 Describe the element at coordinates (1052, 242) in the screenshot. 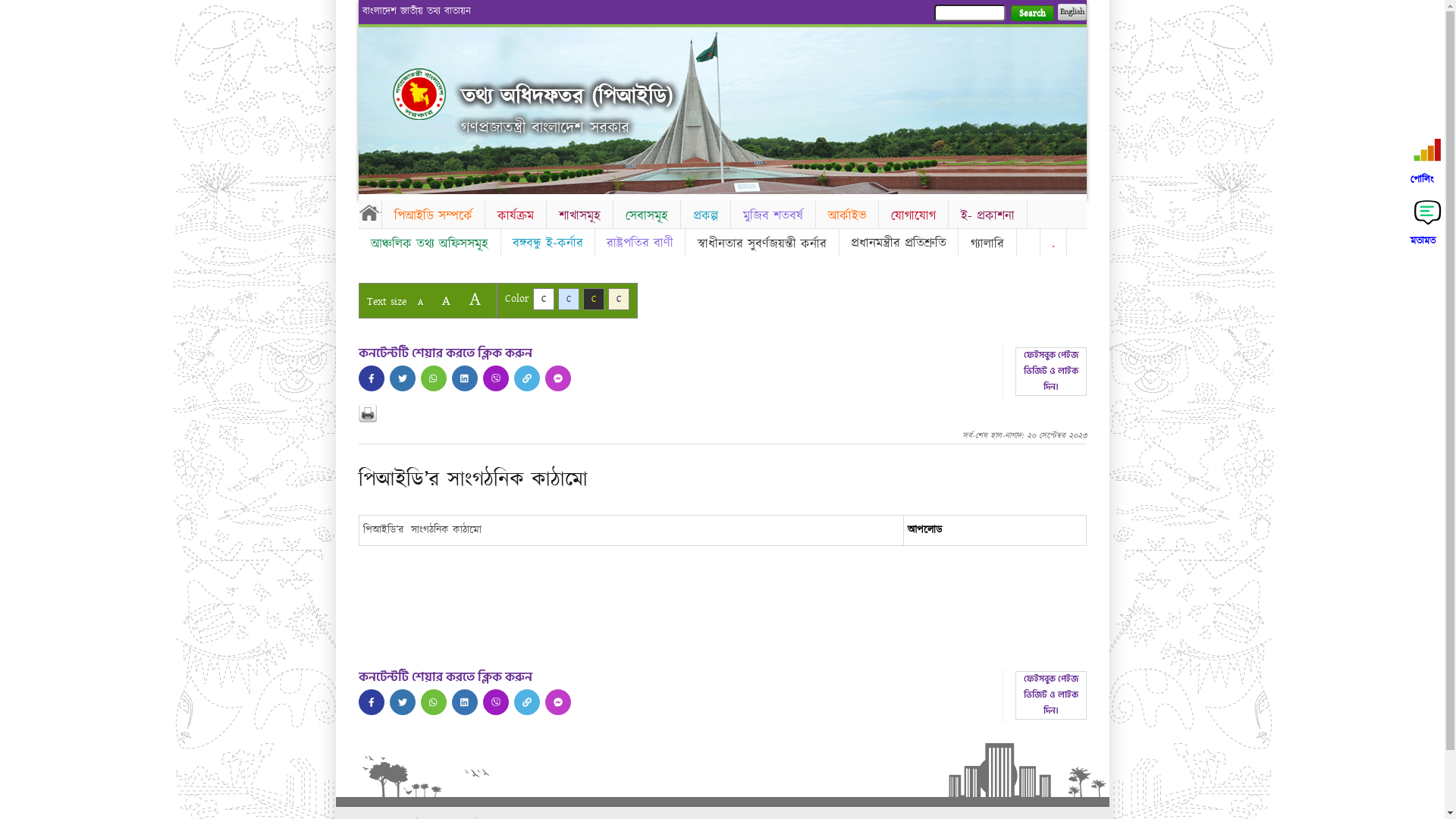

I see `'.'` at that location.